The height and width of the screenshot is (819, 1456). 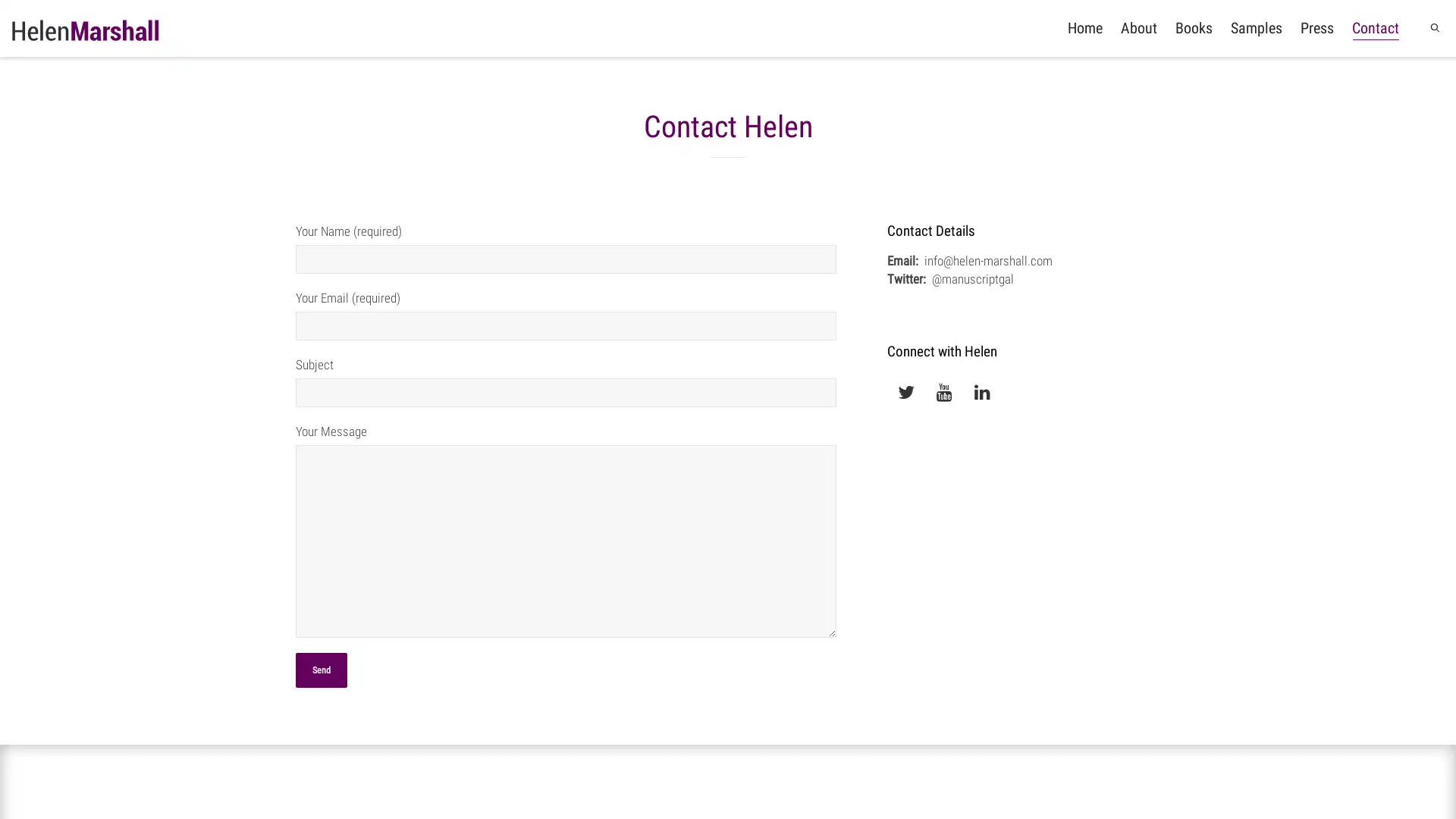 I want to click on Send, so click(x=320, y=669).